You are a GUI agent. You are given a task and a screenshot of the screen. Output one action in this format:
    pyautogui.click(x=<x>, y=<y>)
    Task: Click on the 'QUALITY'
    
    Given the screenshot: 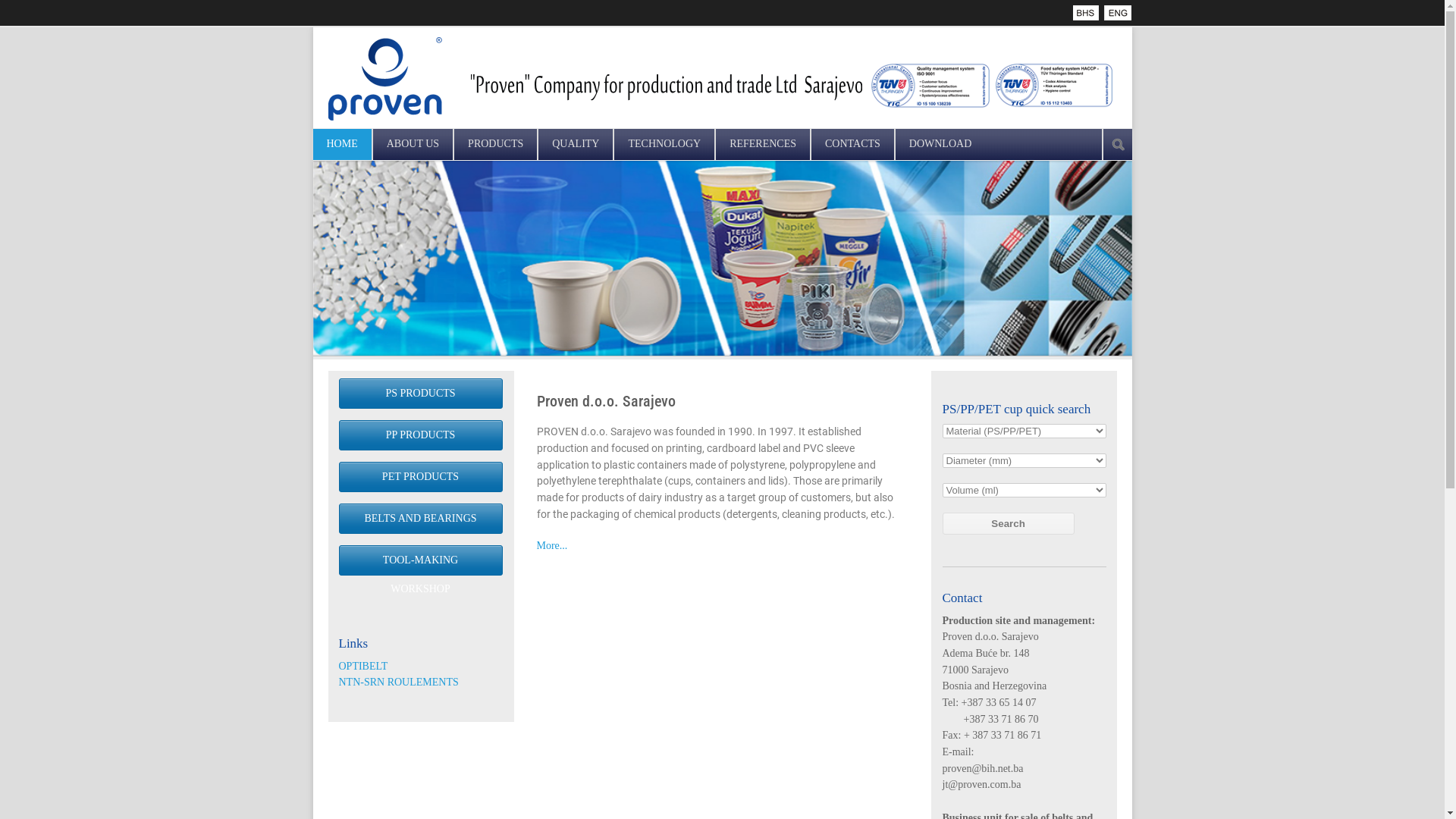 What is the action you would take?
    pyautogui.click(x=538, y=144)
    